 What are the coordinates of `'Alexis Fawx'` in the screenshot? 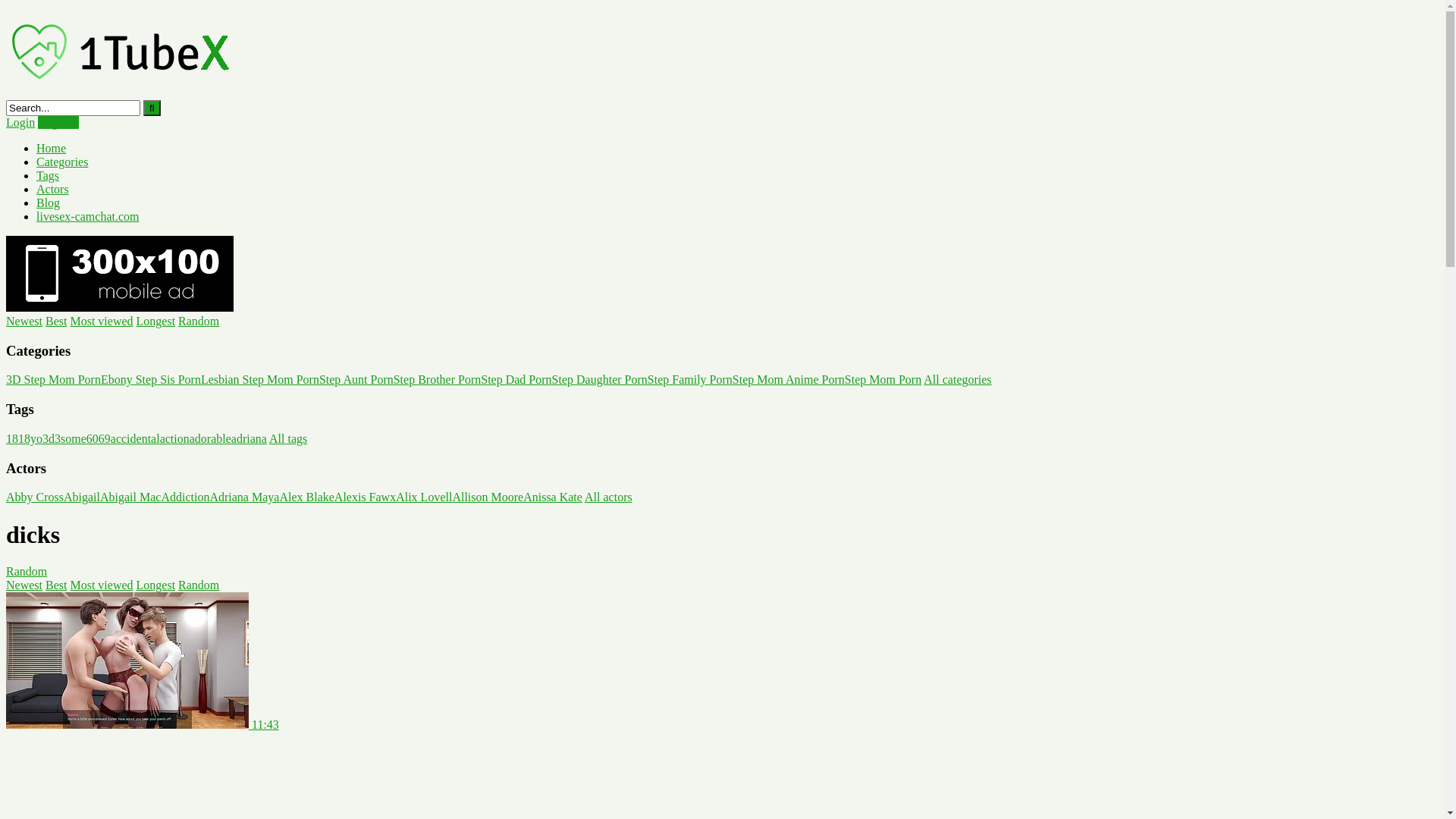 It's located at (365, 497).